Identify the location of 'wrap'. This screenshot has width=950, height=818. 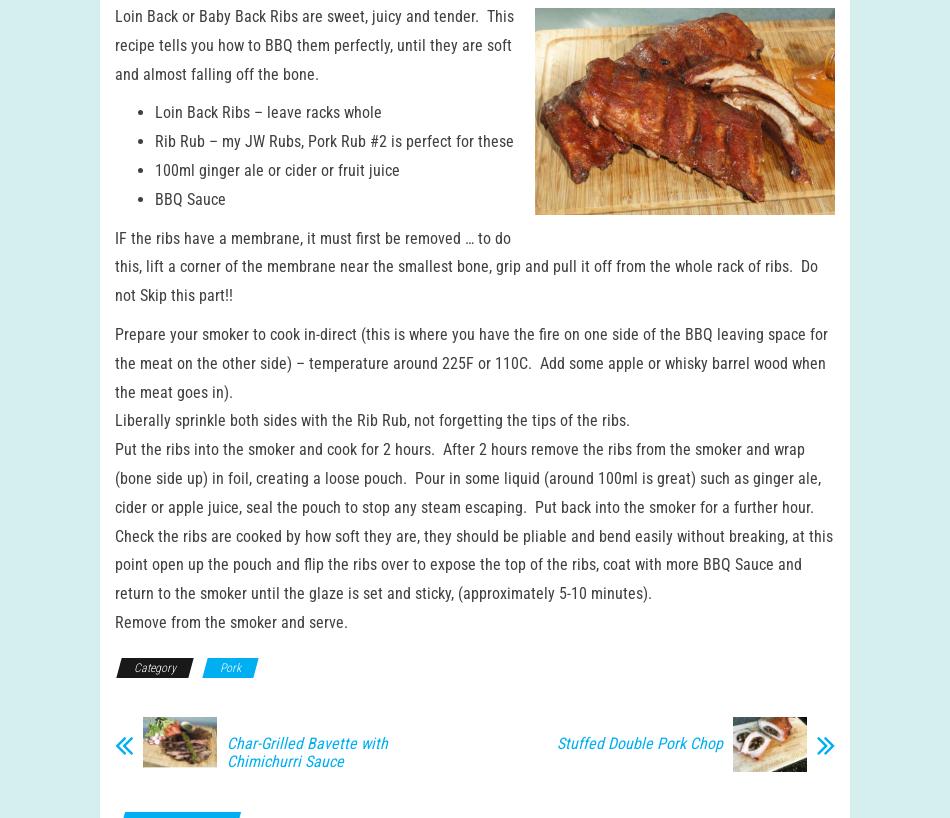
(788, 467).